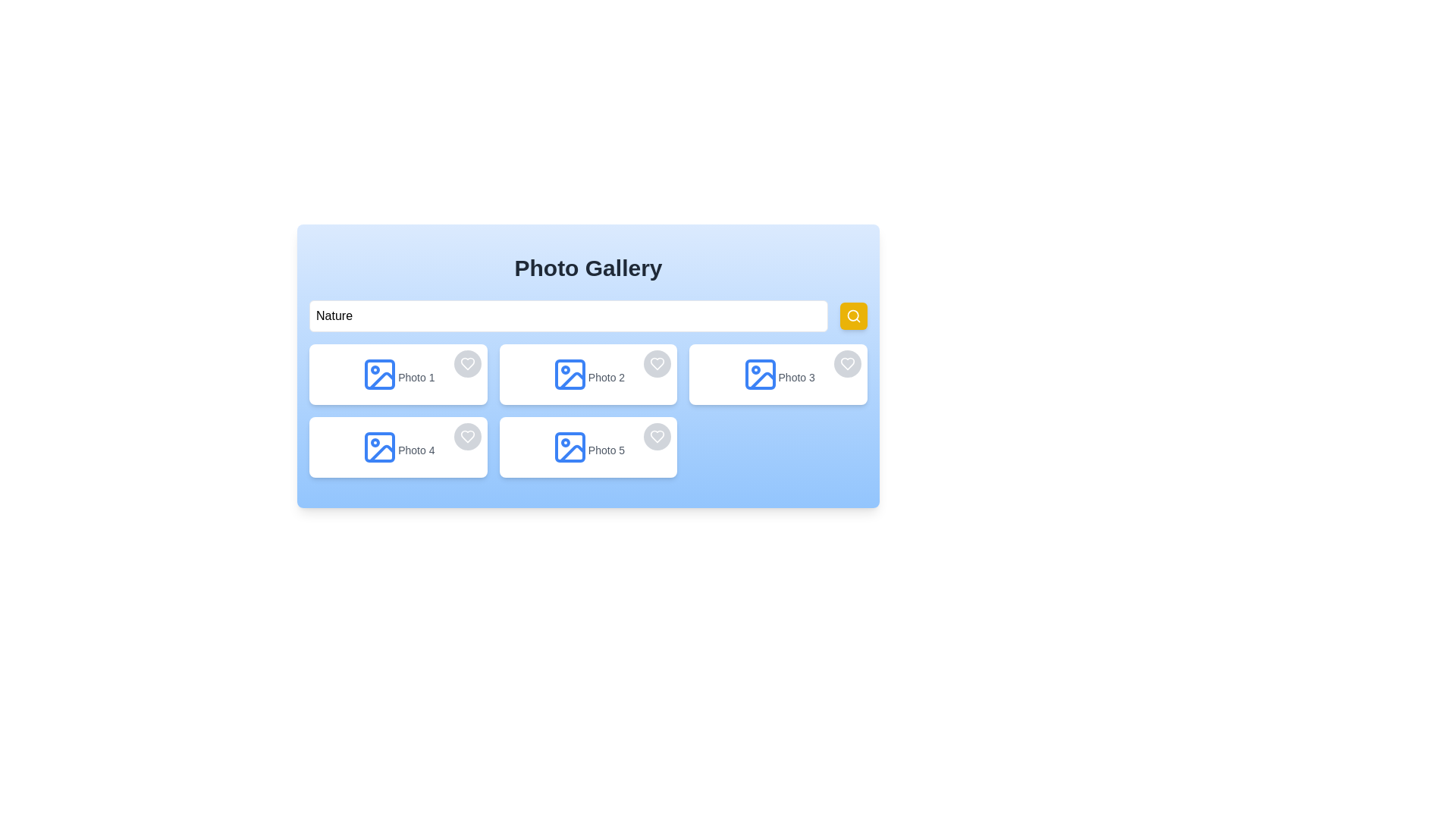 Image resolution: width=1456 pixels, height=819 pixels. Describe the element at coordinates (607, 376) in the screenshot. I see `text from the label positioned in the center column beneath the image icon in the grid layout` at that location.